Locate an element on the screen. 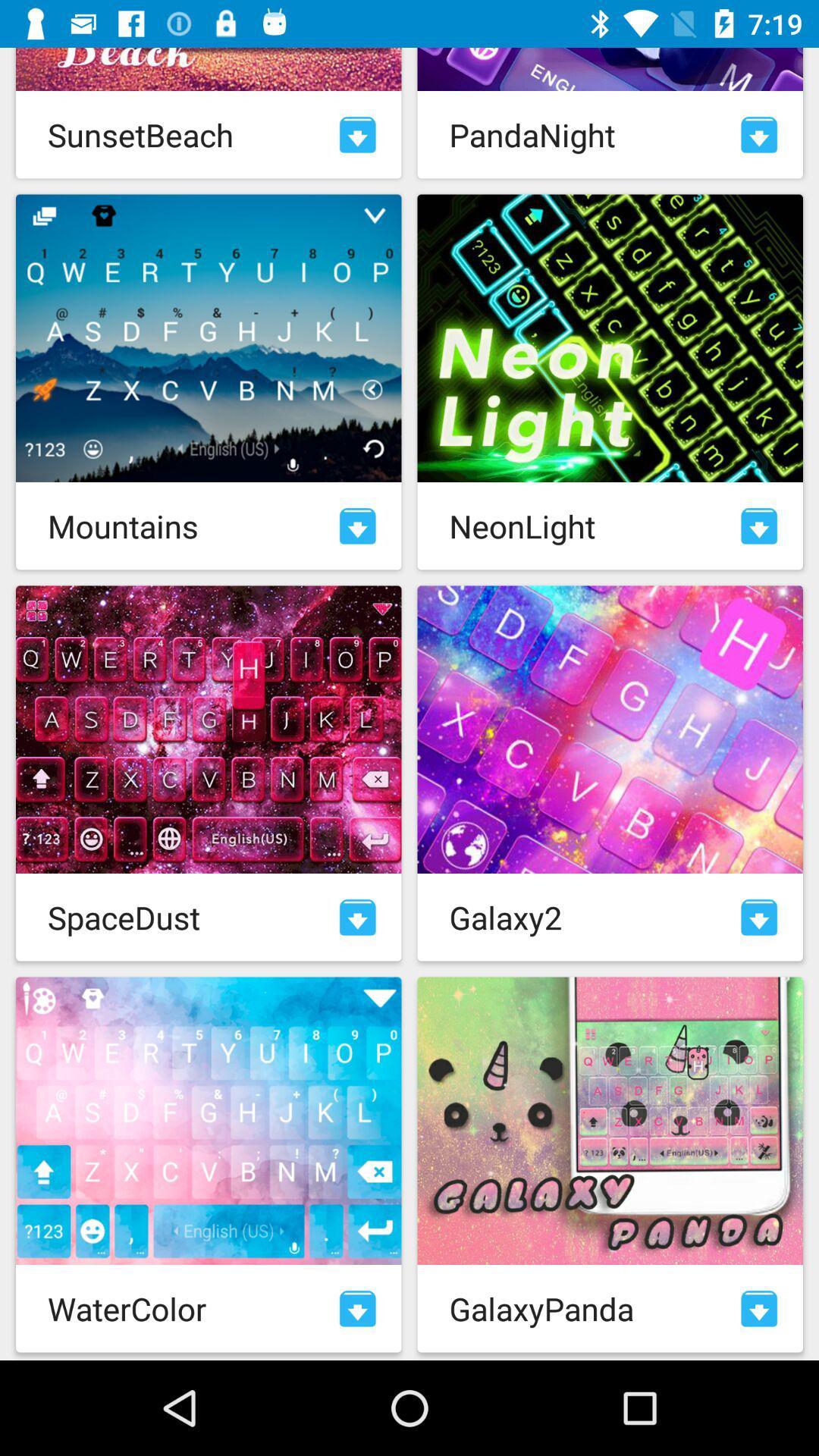  download element is located at coordinates (357, 526).